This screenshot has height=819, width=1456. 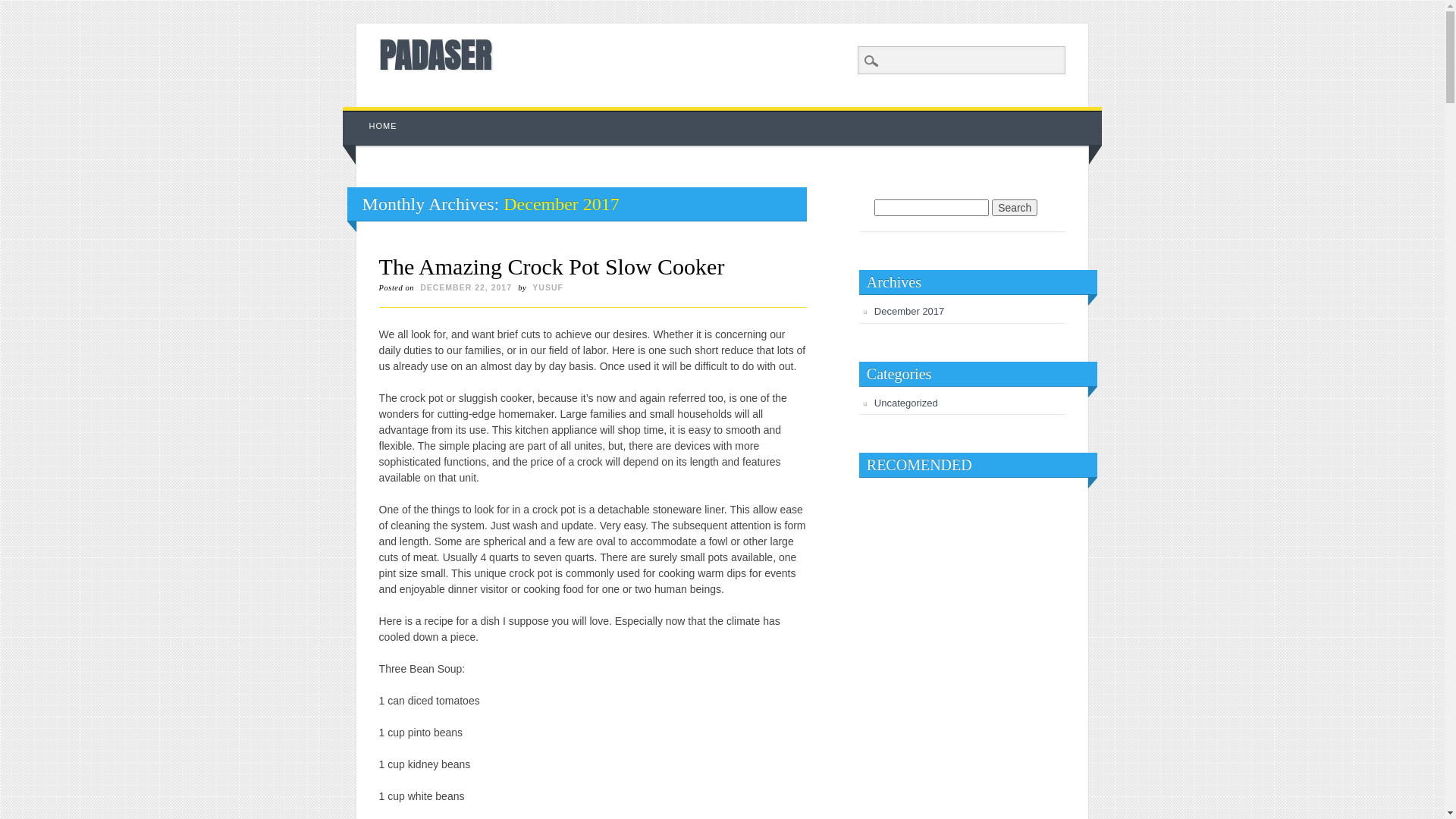 What do you see at coordinates (547, 287) in the screenshot?
I see `'YUSUF'` at bounding box center [547, 287].